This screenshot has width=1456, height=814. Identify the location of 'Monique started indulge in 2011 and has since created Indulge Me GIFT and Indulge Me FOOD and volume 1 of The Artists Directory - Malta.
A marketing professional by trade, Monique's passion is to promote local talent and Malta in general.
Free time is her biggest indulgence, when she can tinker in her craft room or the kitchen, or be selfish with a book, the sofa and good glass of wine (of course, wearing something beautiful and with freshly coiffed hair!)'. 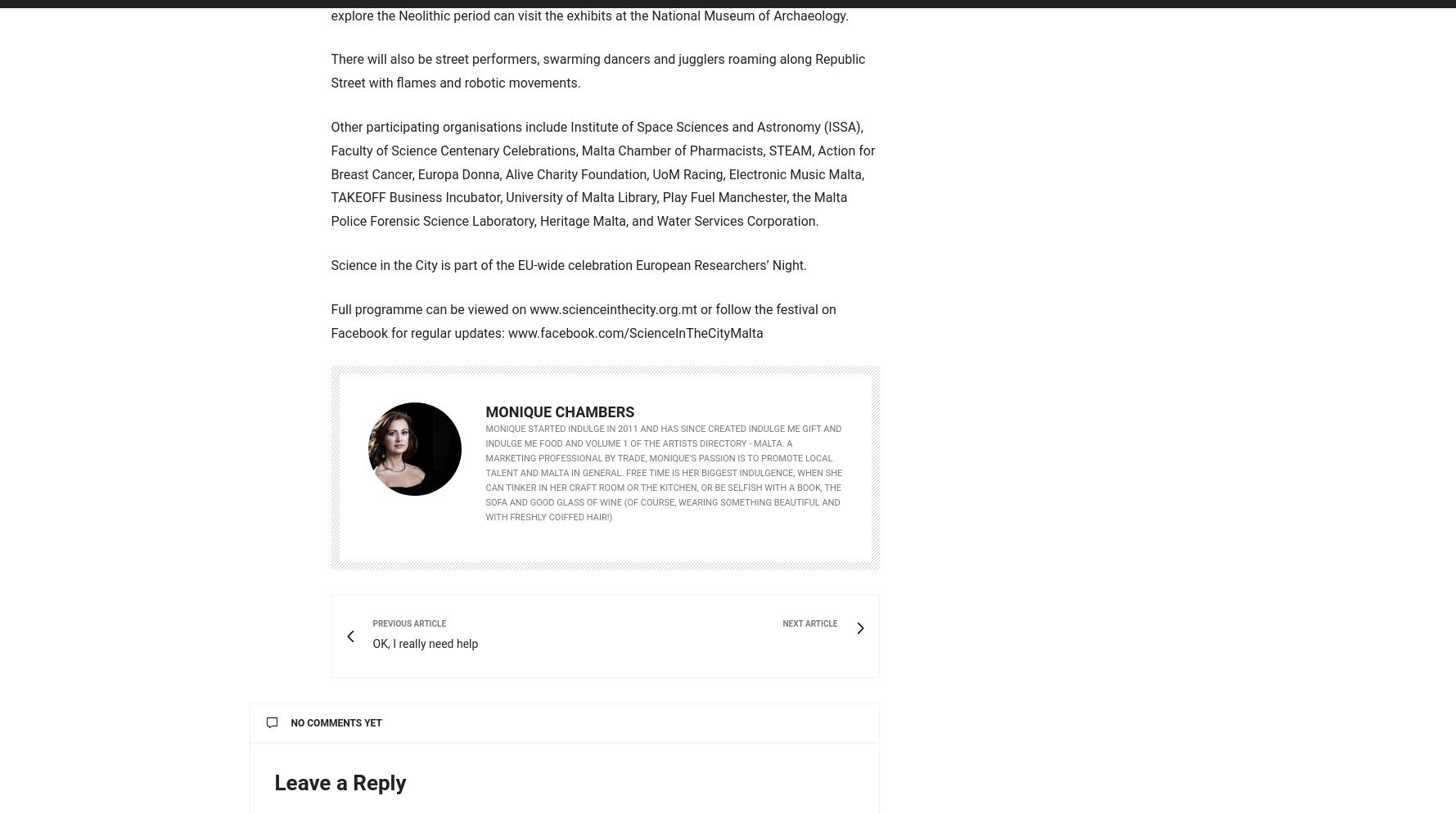
(663, 472).